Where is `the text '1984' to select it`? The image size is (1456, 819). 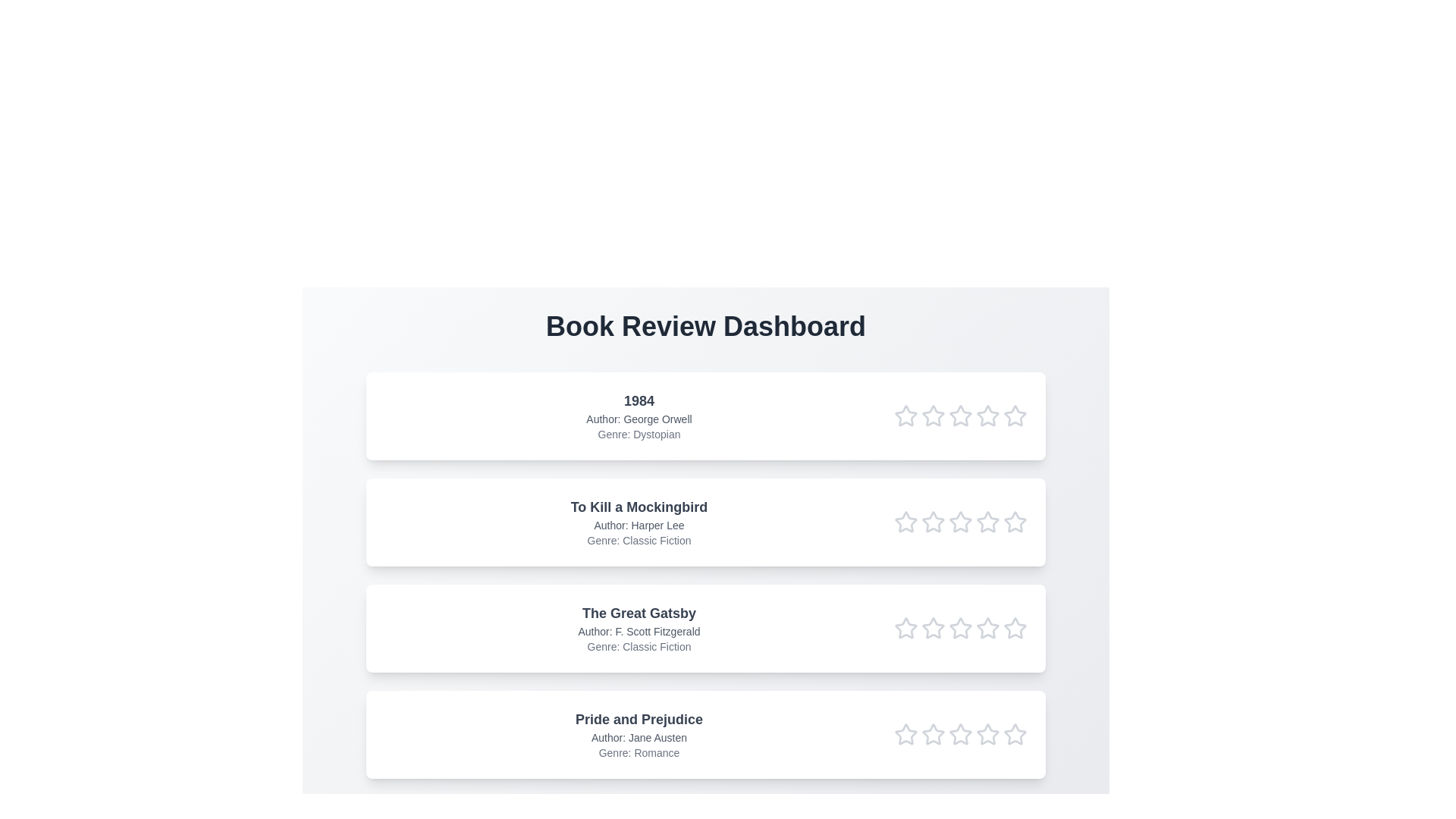 the text '1984' to select it is located at coordinates (639, 400).